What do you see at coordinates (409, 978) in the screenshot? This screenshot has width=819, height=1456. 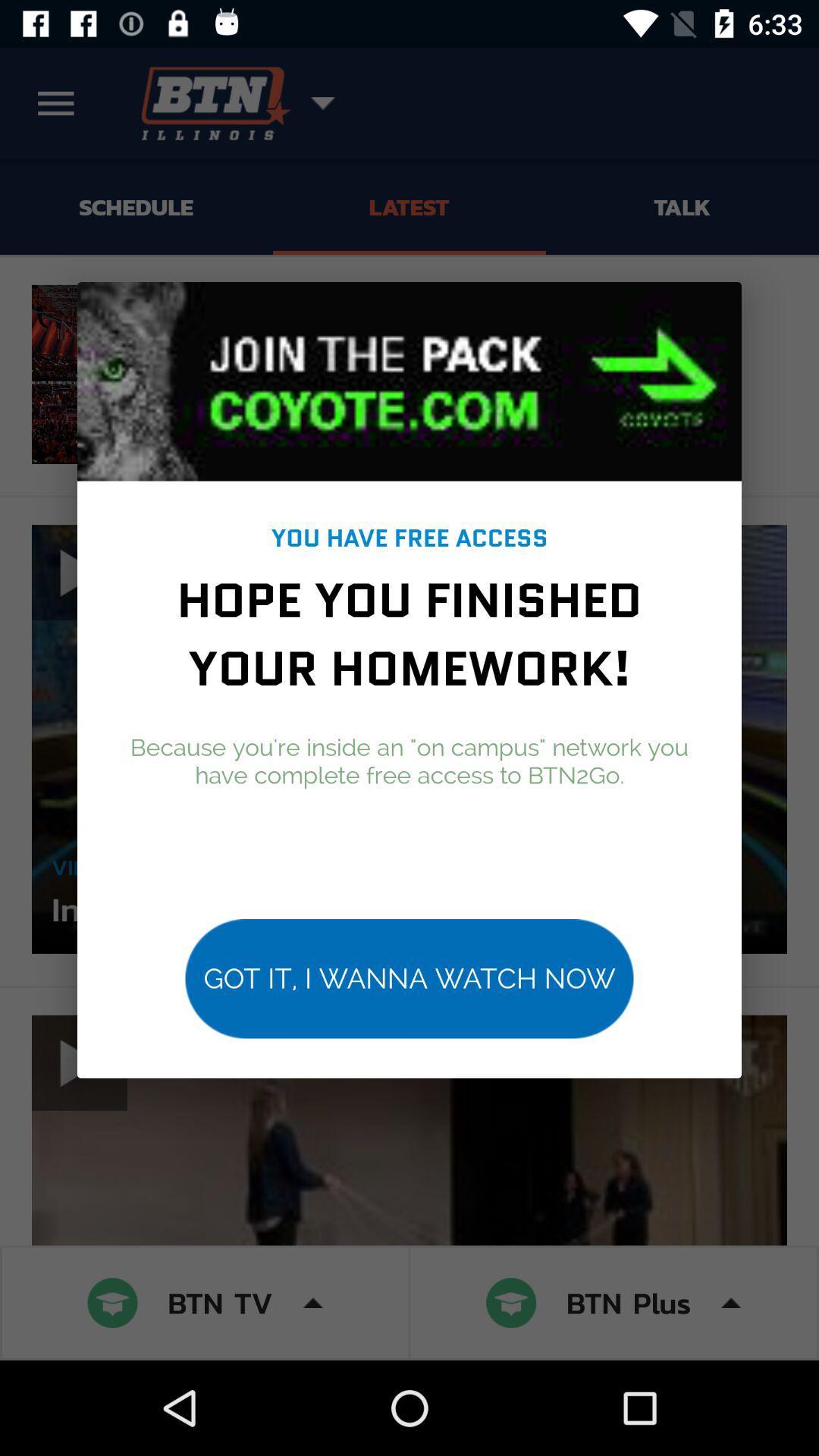 I see `icon at the bottom` at bounding box center [409, 978].